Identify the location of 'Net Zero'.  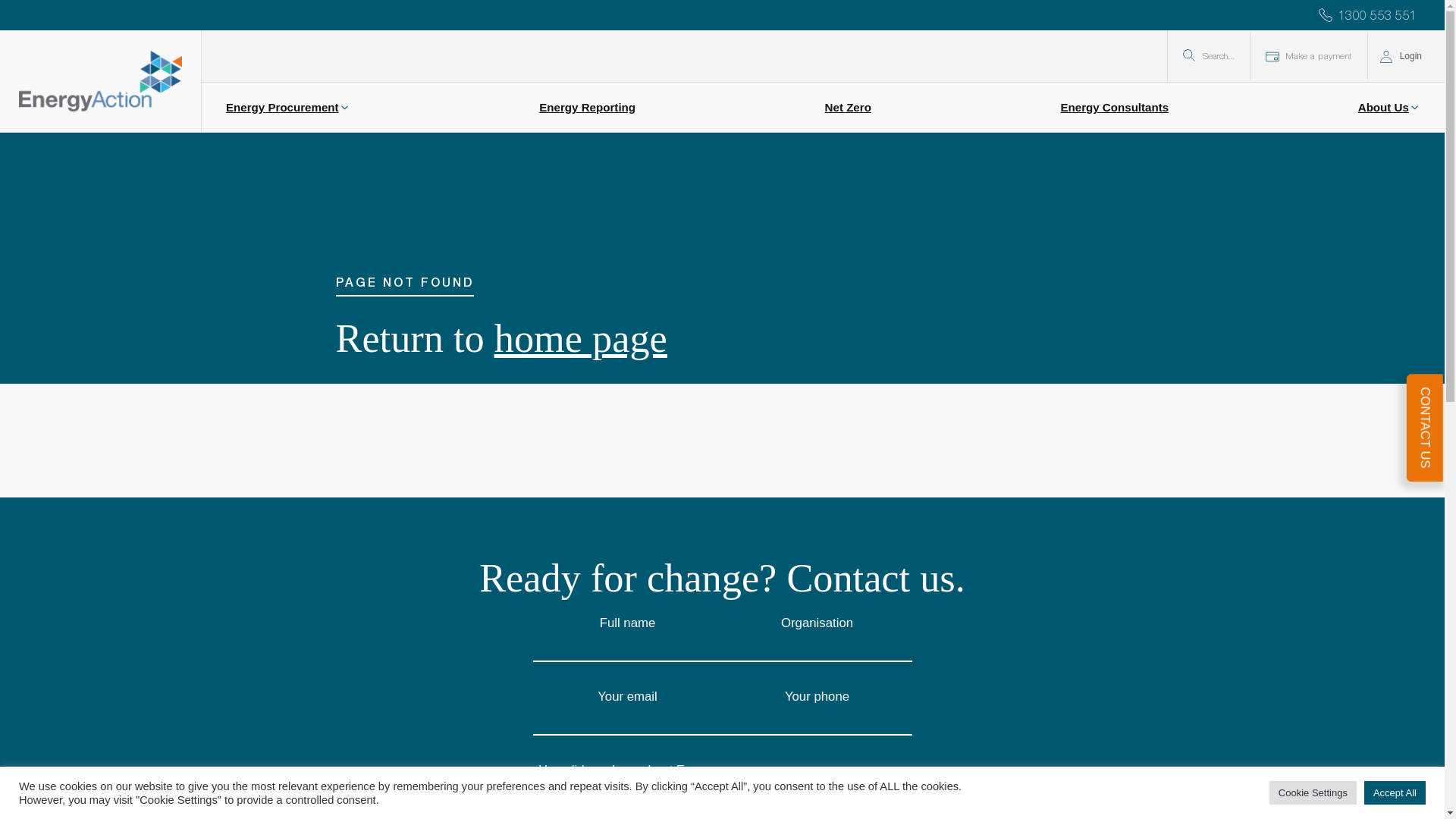
(847, 106).